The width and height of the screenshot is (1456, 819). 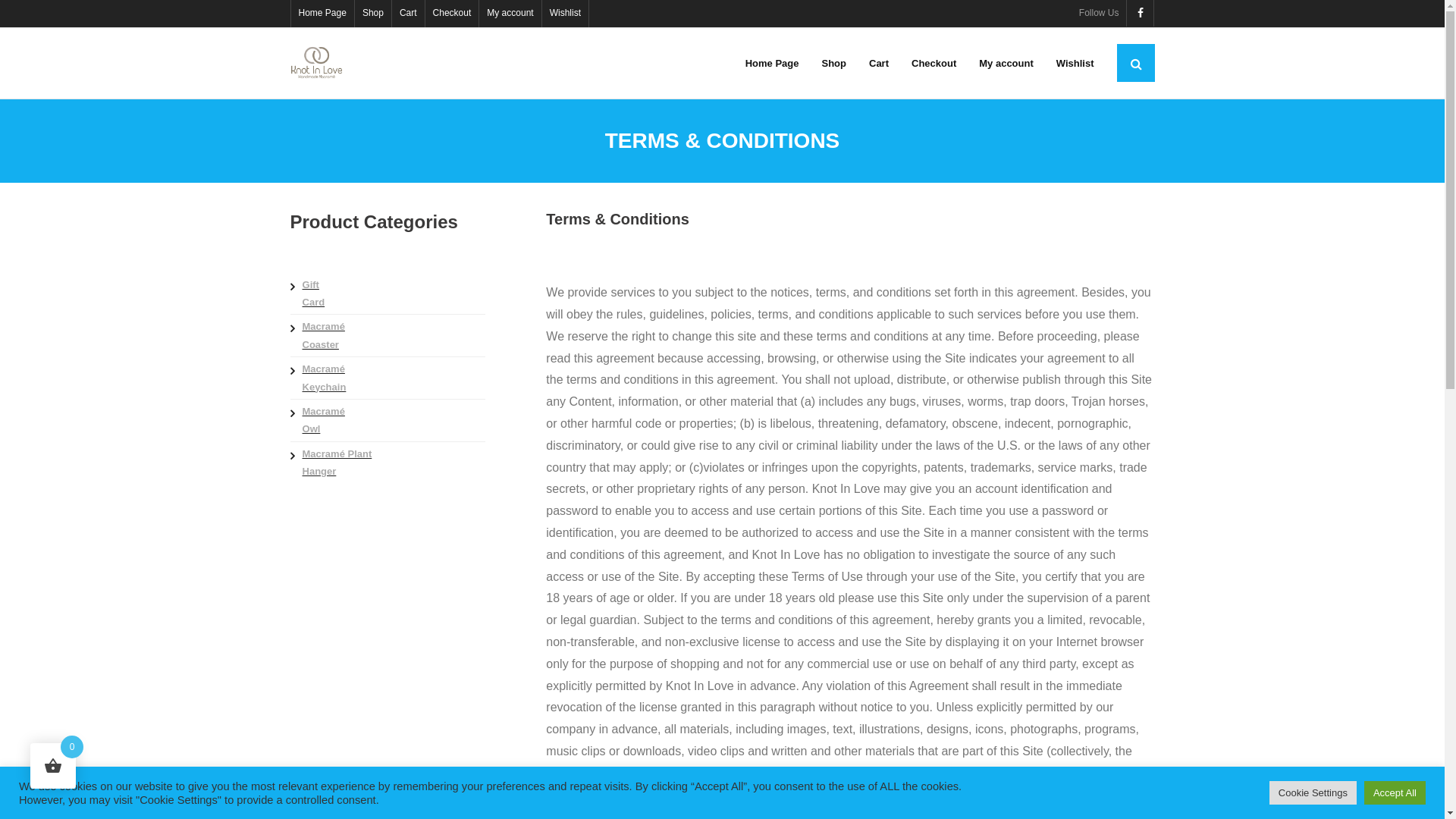 What do you see at coordinates (372, 14) in the screenshot?
I see `'Shop'` at bounding box center [372, 14].